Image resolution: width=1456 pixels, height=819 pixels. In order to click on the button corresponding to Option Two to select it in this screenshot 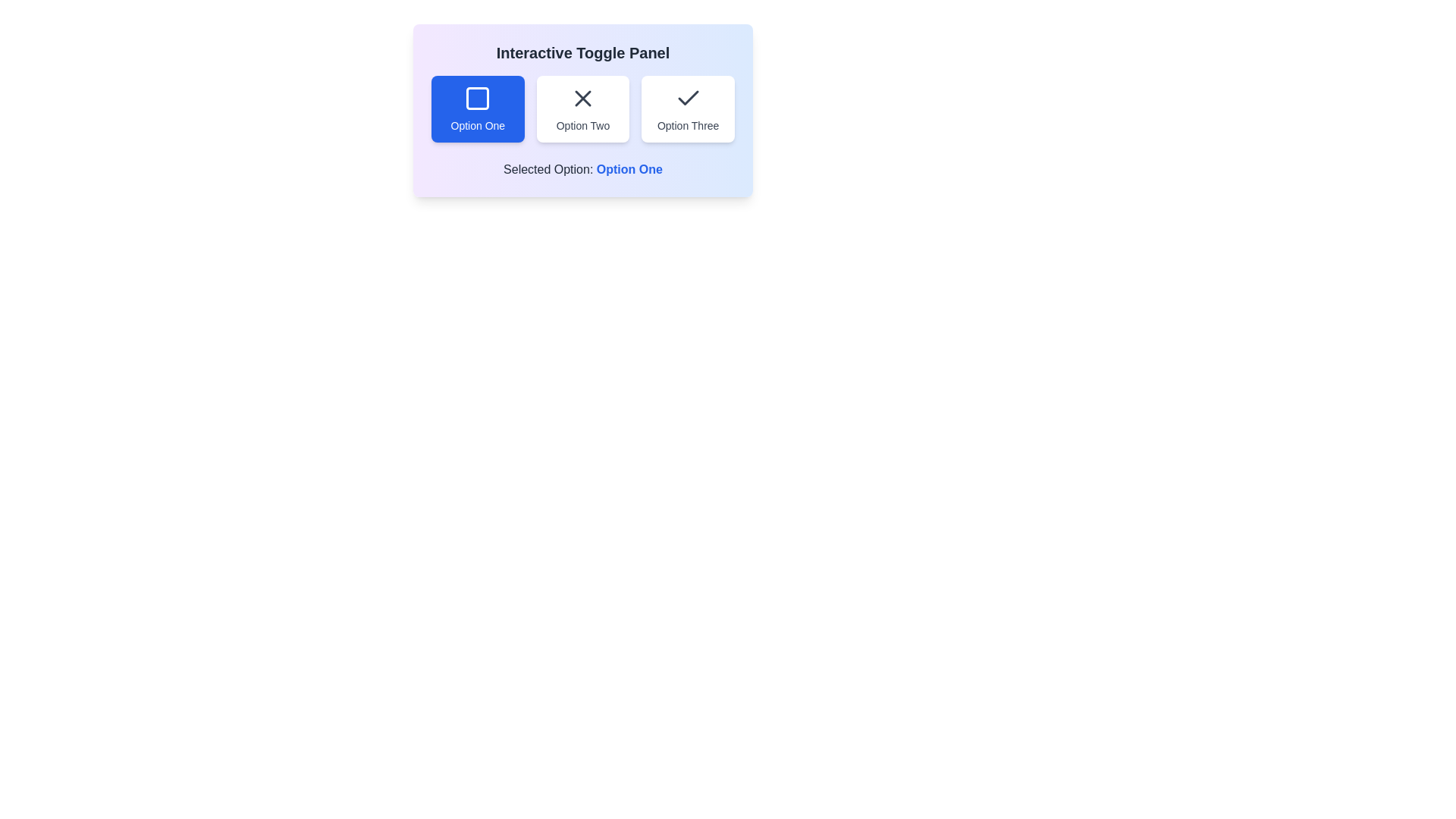, I will do `click(582, 108)`.